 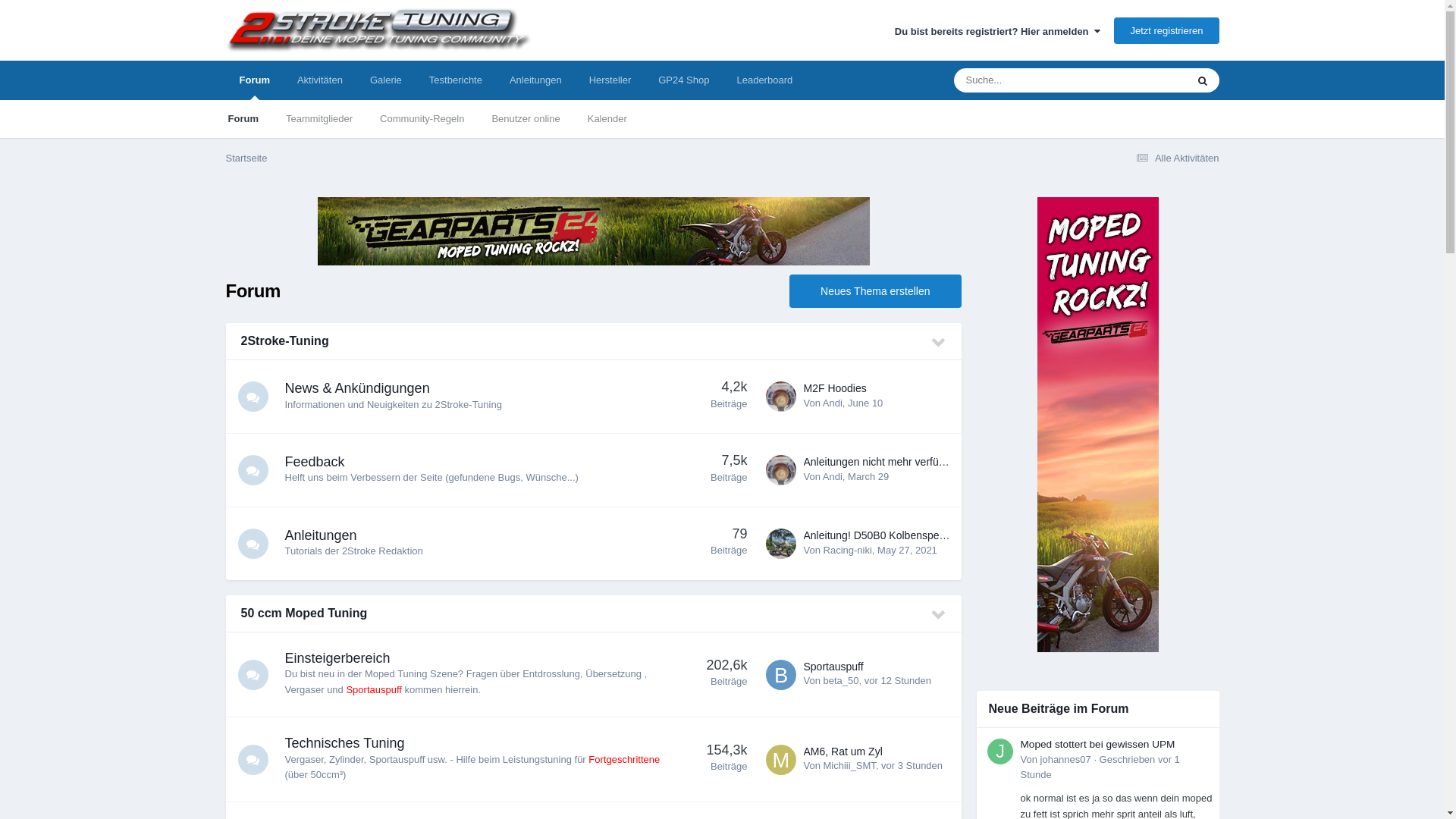 What do you see at coordinates (243, 118) in the screenshot?
I see `'Forum'` at bounding box center [243, 118].